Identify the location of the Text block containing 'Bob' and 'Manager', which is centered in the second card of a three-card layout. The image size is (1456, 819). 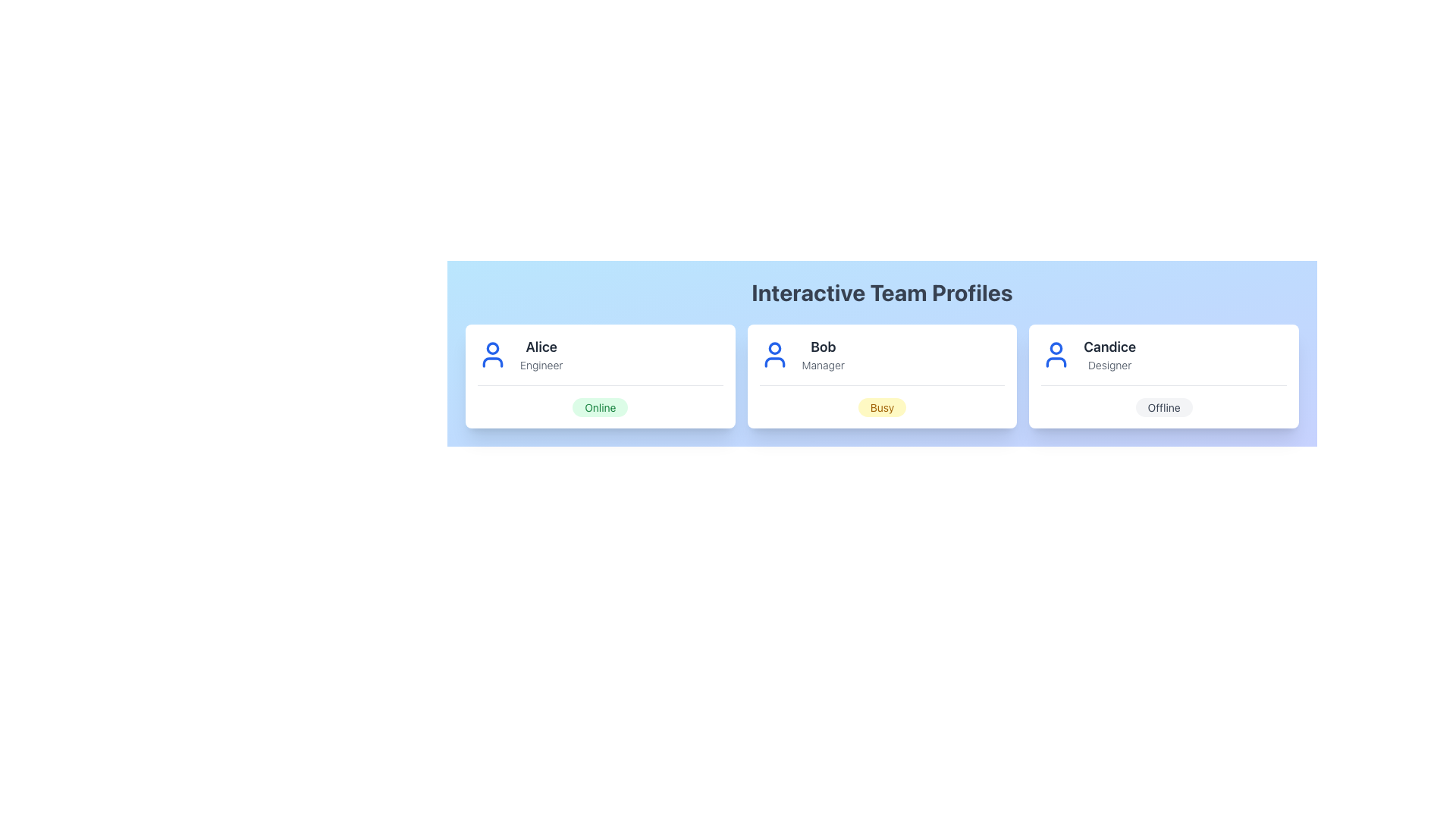
(822, 354).